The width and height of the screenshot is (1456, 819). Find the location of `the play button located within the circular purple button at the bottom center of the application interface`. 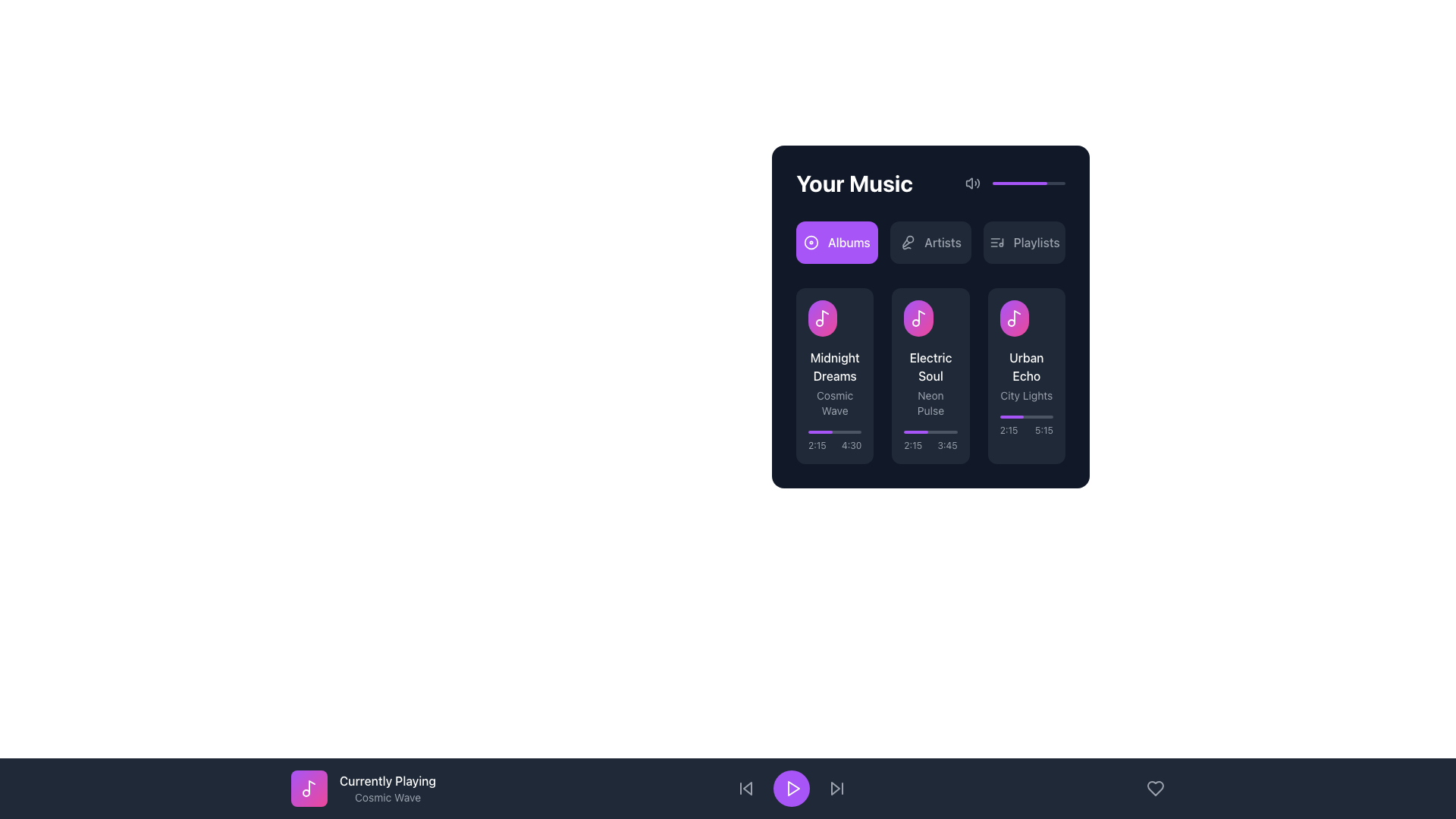

the play button located within the circular purple button at the bottom center of the application interface is located at coordinates (792, 788).